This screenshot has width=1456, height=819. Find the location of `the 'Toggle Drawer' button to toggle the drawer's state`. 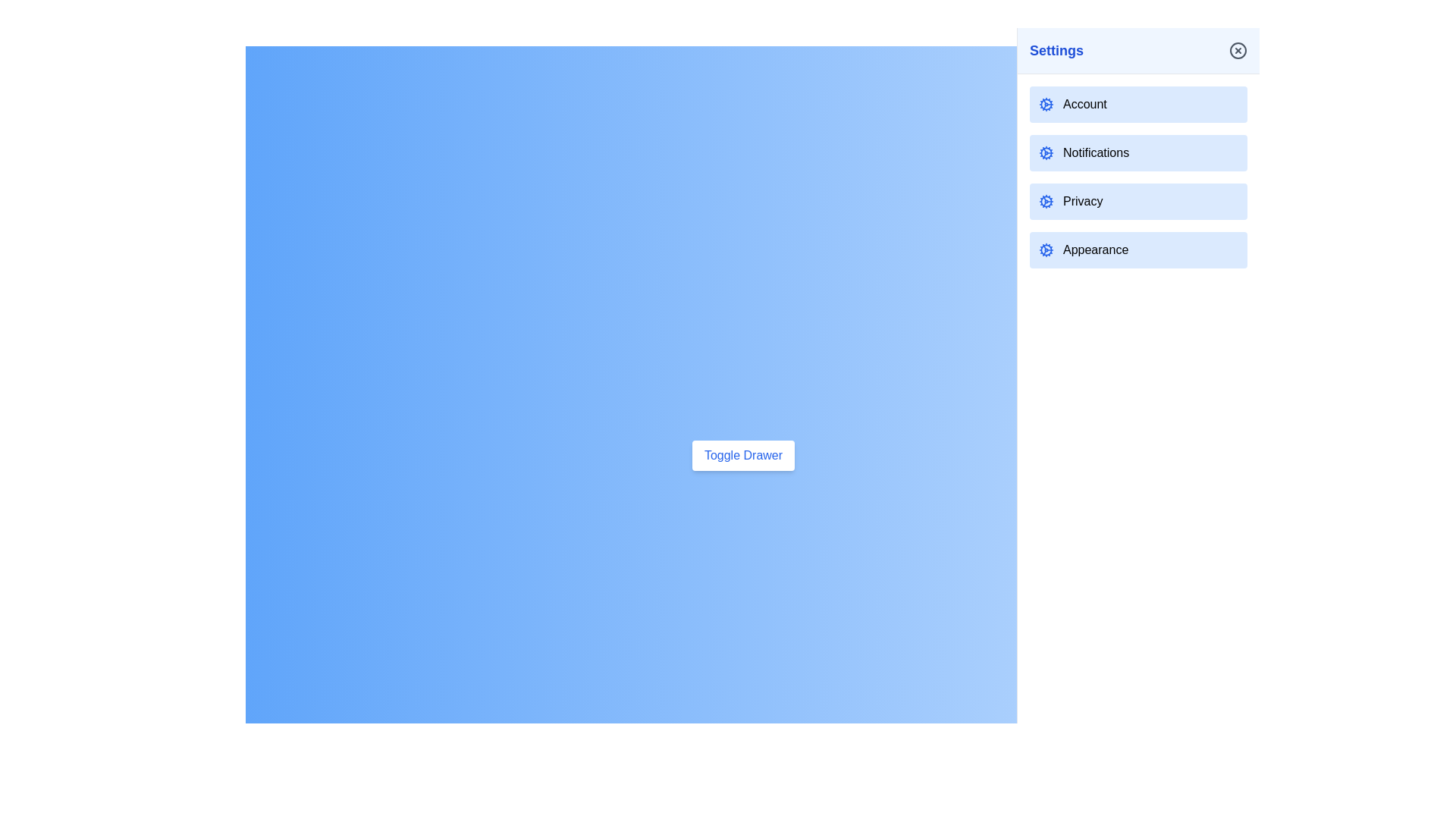

the 'Toggle Drawer' button to toggle the drawer's state is located at coordinates (743, 455).